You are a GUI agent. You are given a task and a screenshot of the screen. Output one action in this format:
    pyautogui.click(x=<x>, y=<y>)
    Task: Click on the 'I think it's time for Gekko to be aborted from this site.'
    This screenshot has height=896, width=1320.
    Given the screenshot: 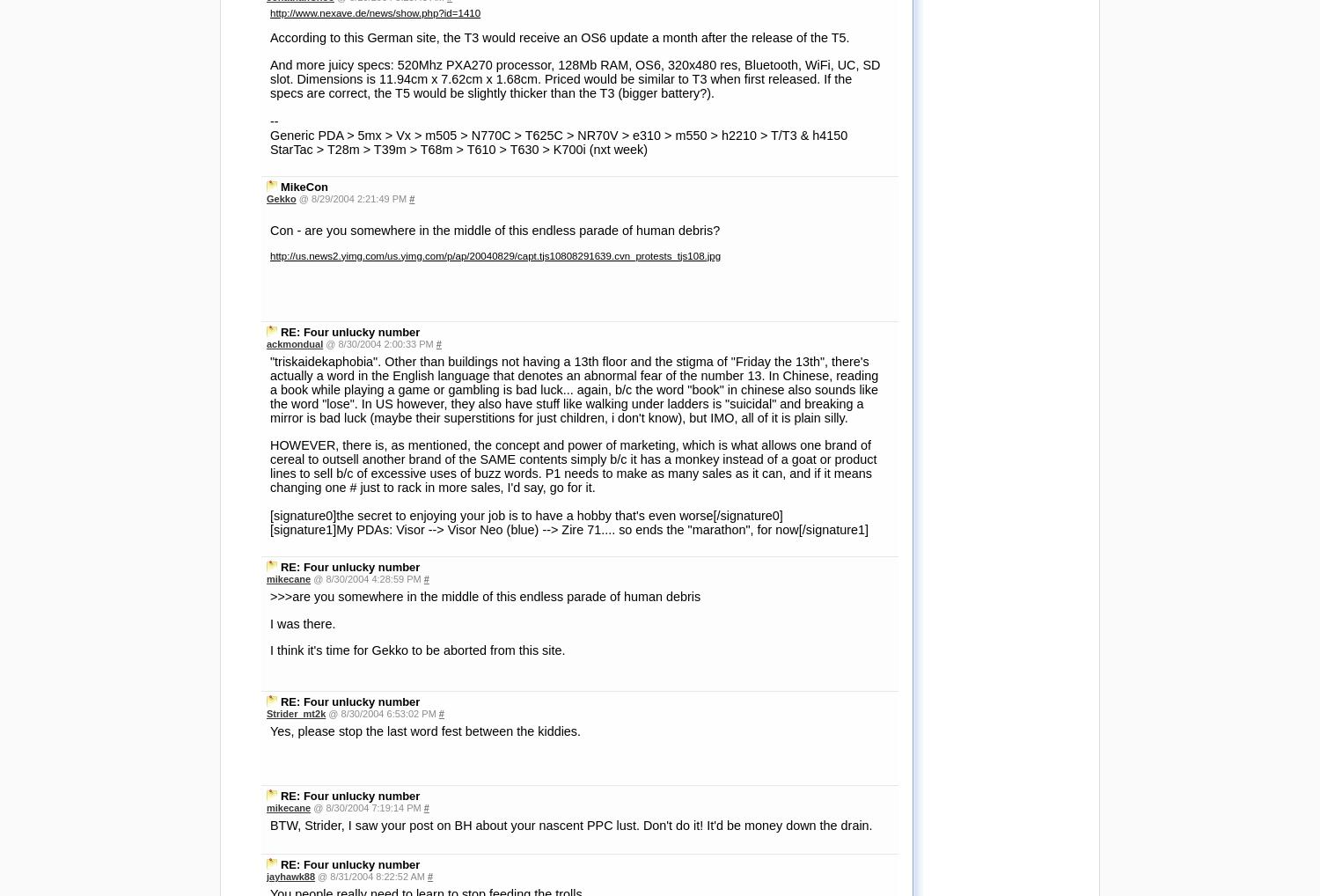 What is the action you would take?
    pyautogui.click(x=416, y=157)
    